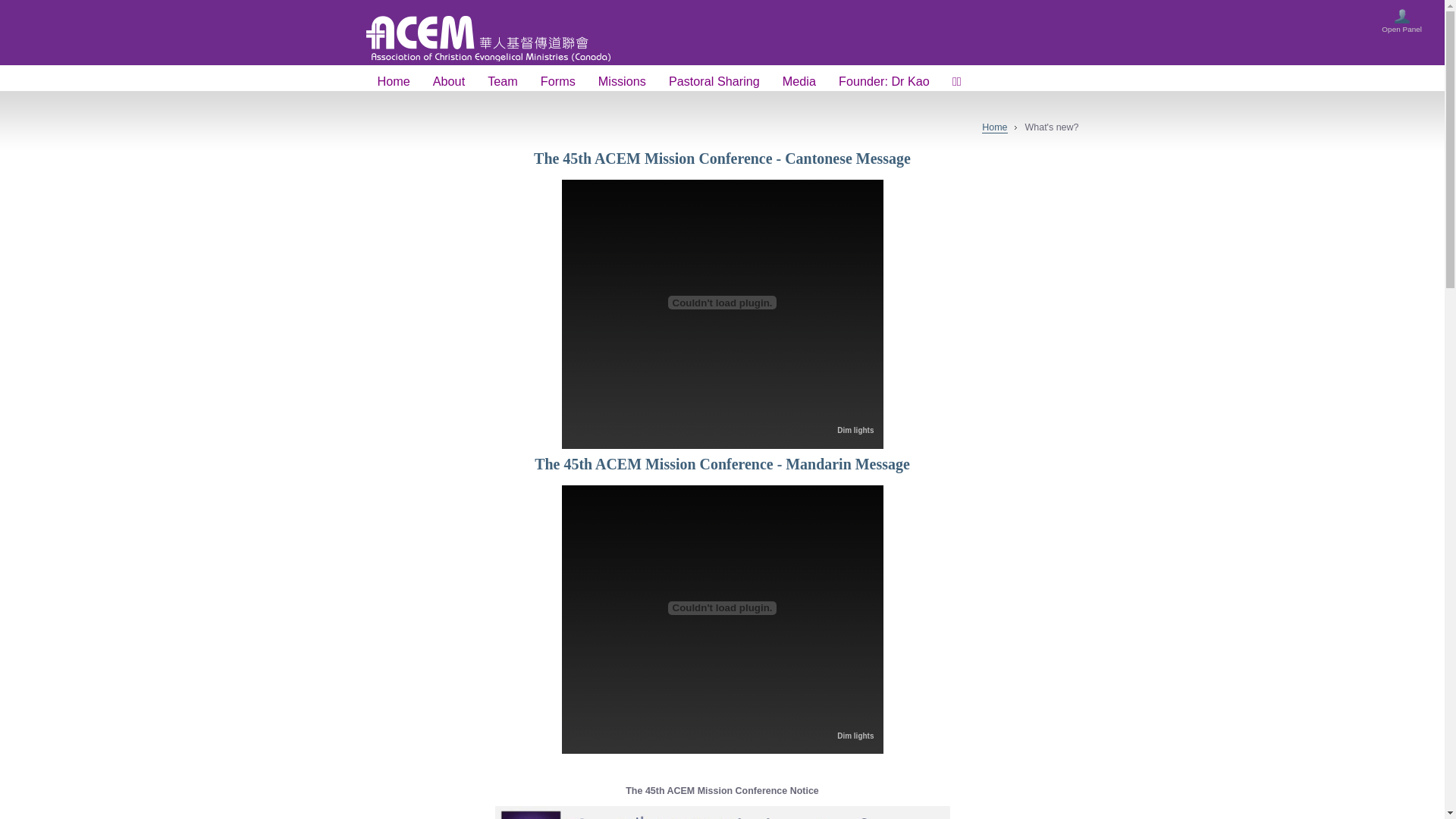 This screenshot has width=1456, height=819. I want to click on 'About', so click(447, 82).